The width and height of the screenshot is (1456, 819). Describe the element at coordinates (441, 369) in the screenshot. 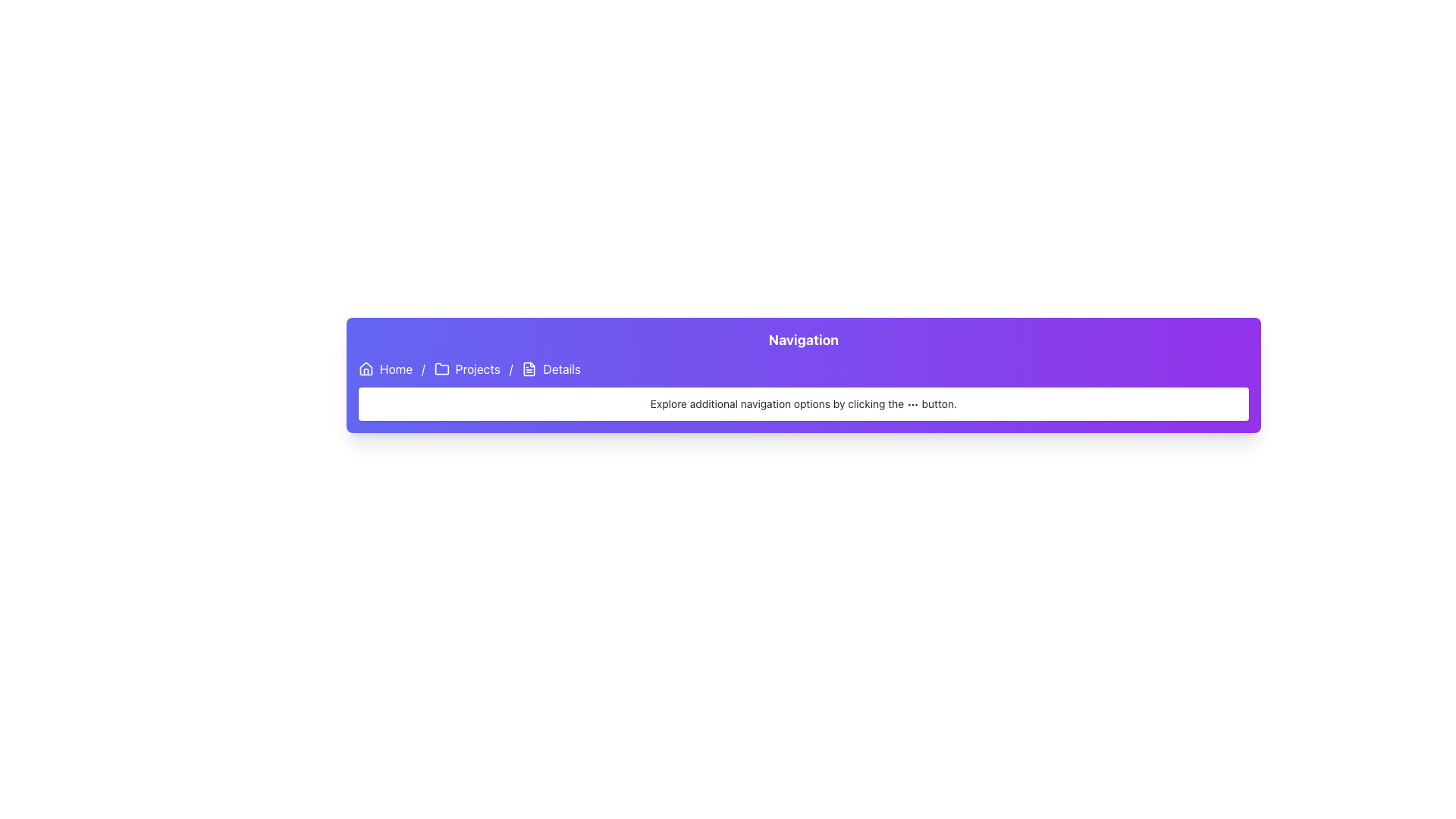

I see `the folder icon adjacent to the text 'Projects' in the navigation bar` at that location.